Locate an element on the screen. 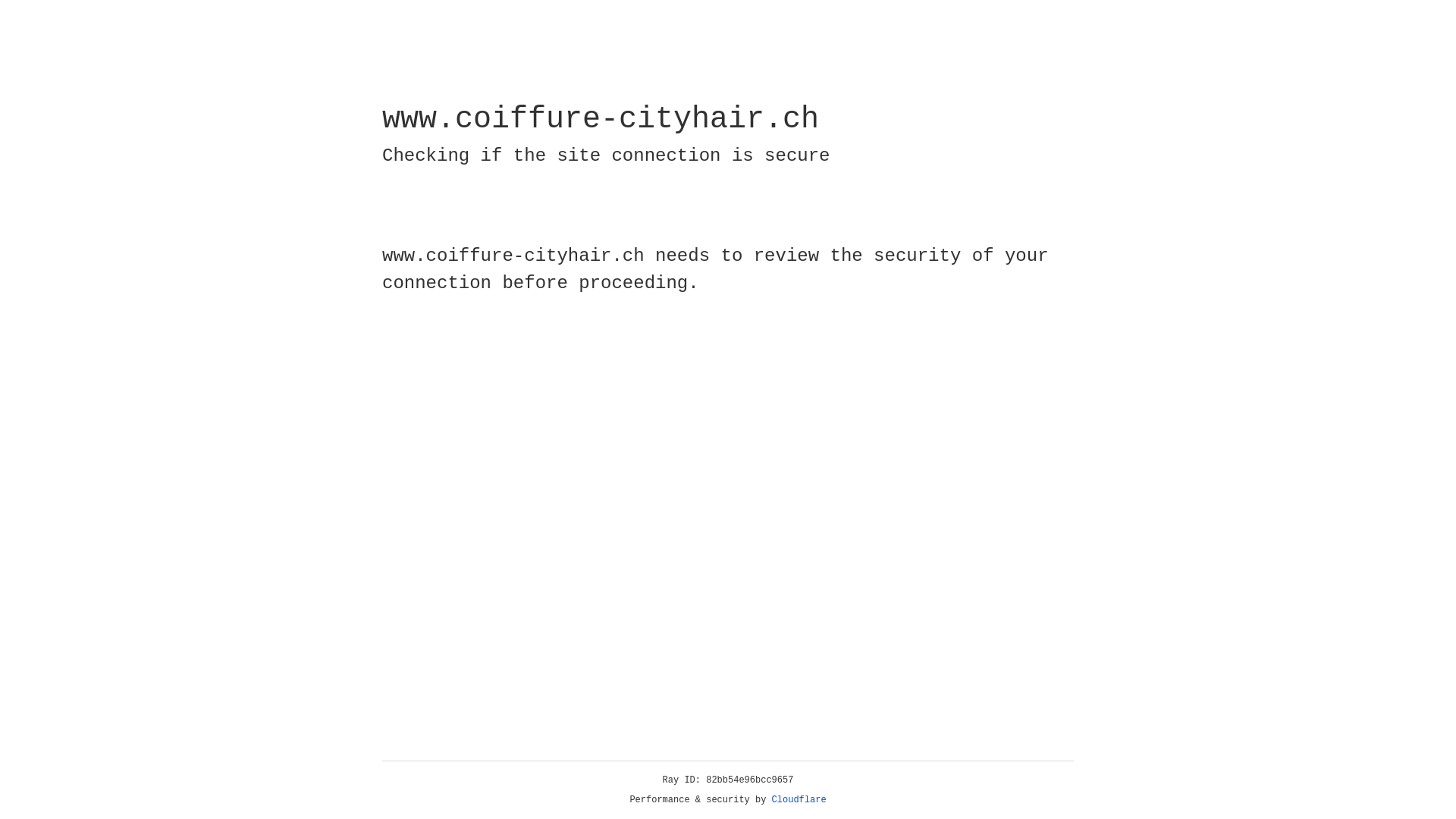  'Cloudflare' is located at coordinates (799, 799).